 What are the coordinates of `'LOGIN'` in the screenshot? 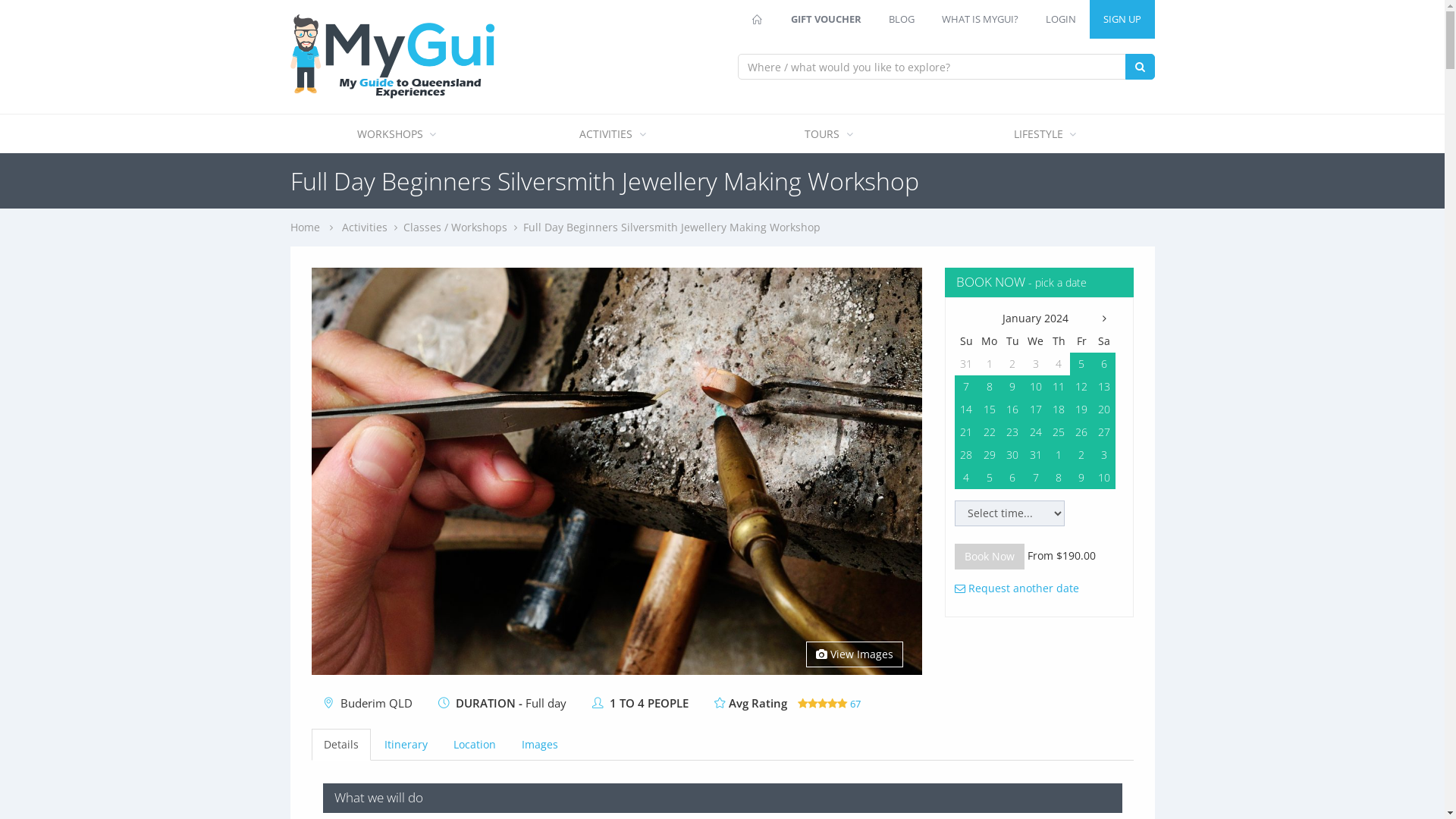 It's located at (1059, 19).